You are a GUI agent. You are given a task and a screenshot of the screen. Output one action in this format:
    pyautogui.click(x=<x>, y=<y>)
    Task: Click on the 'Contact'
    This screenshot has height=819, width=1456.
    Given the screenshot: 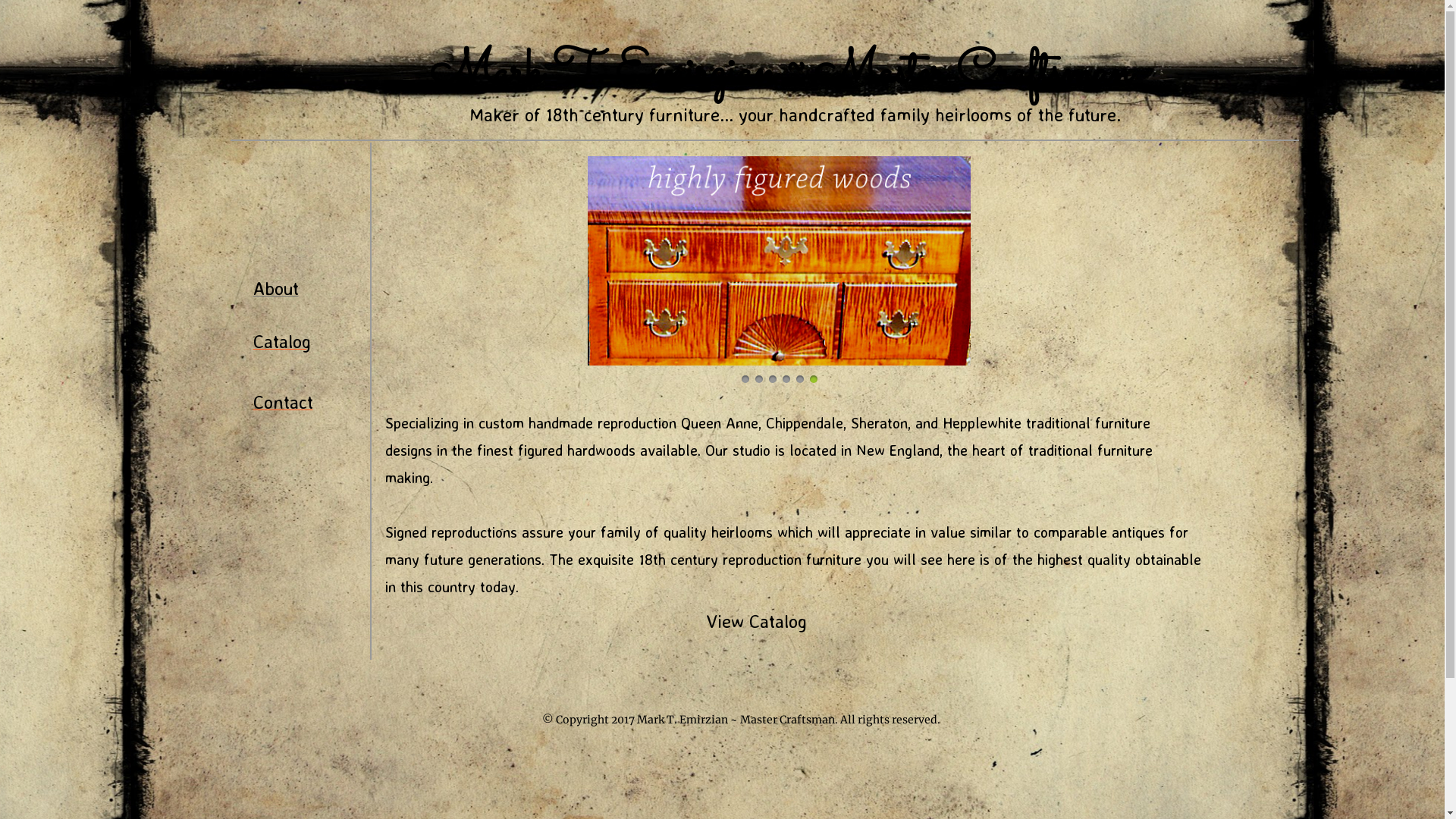 What is the action you would take?
    pyautogui.click(x=283, y=403)
    